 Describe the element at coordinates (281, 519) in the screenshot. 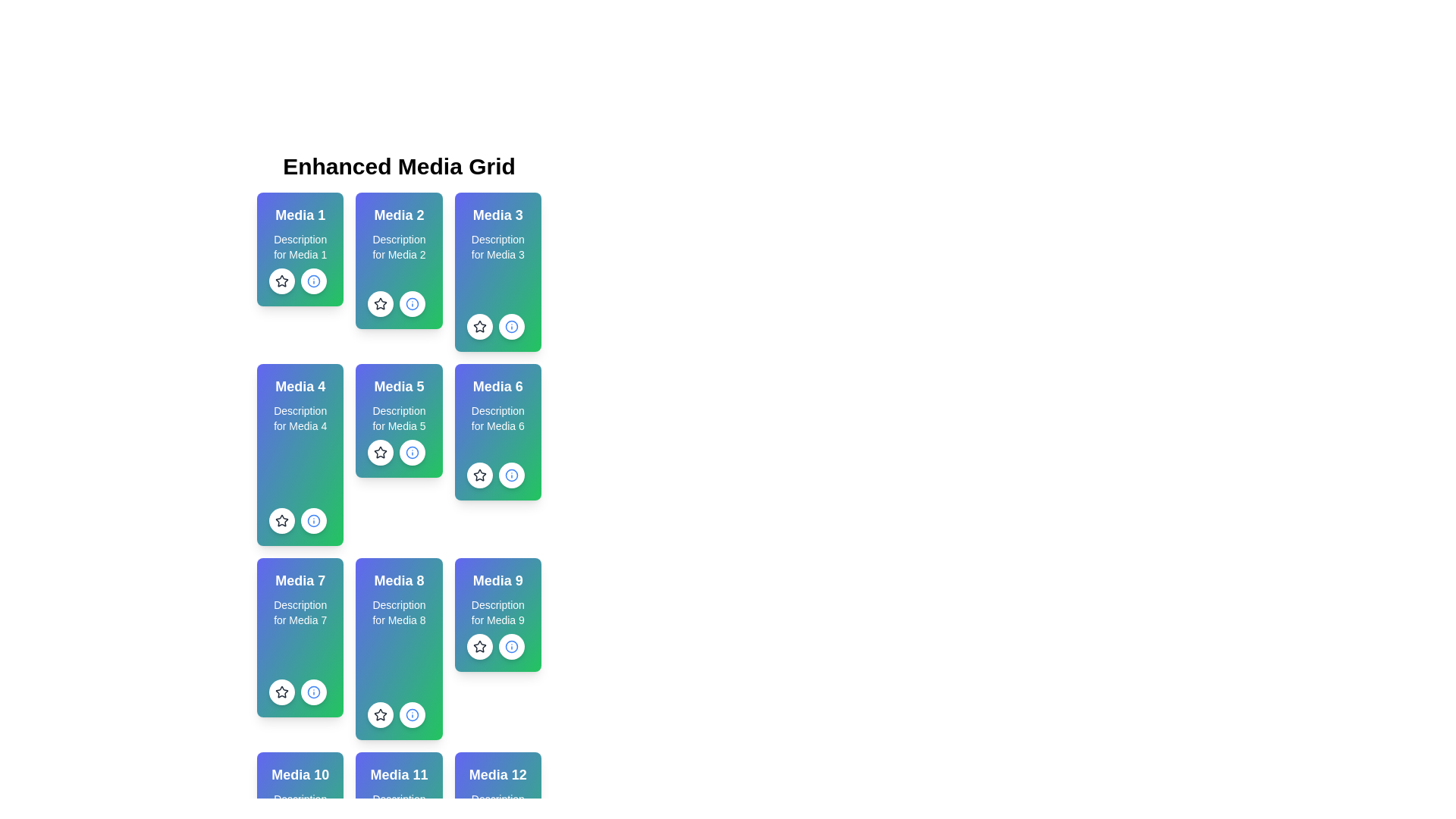

I see `the star-shaped icon with a hollow outline` at that location.